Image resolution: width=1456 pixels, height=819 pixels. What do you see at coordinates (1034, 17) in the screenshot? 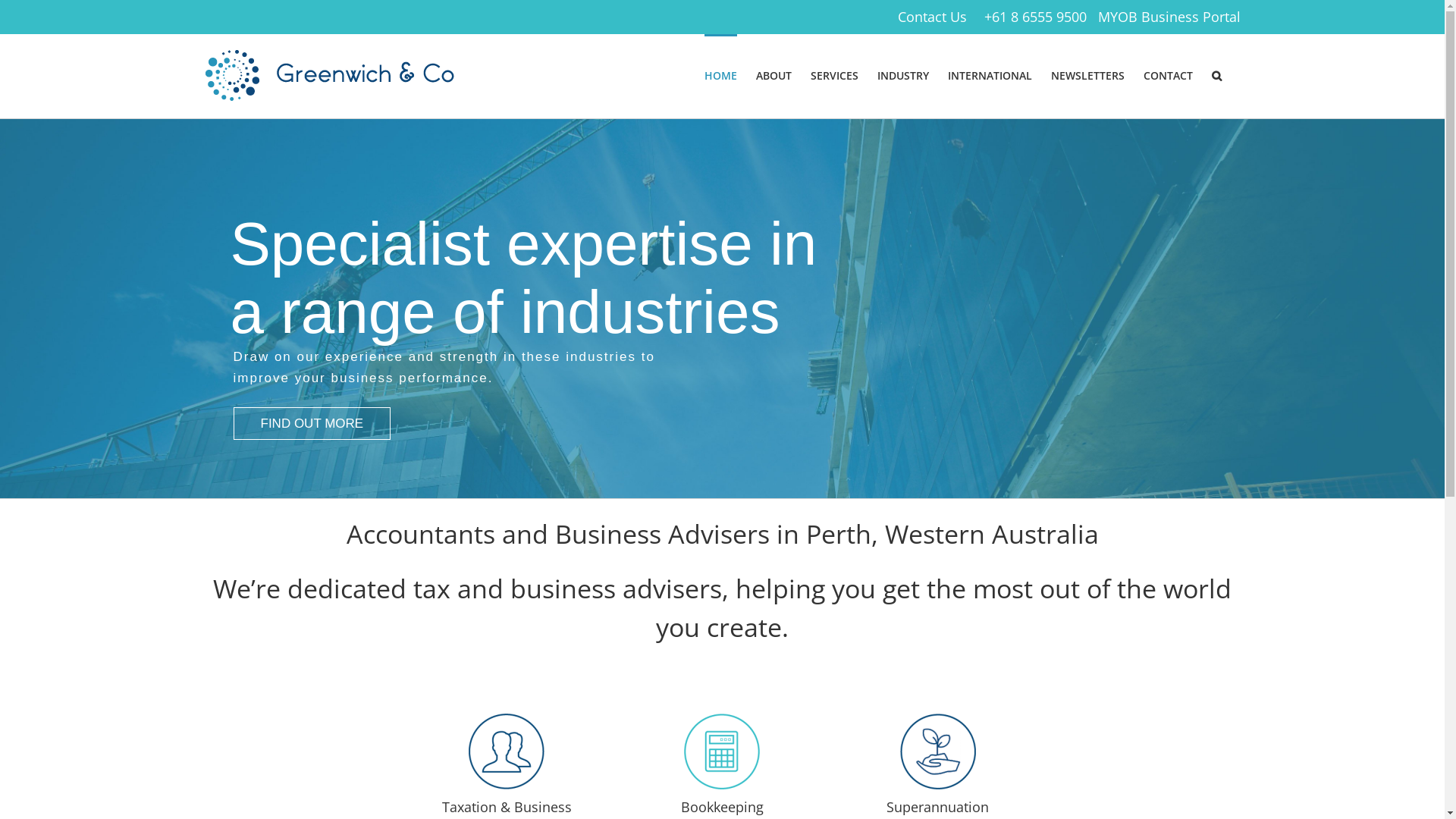
I see `'+61 8 6555 9500'` at bounding box center [1034, 17].